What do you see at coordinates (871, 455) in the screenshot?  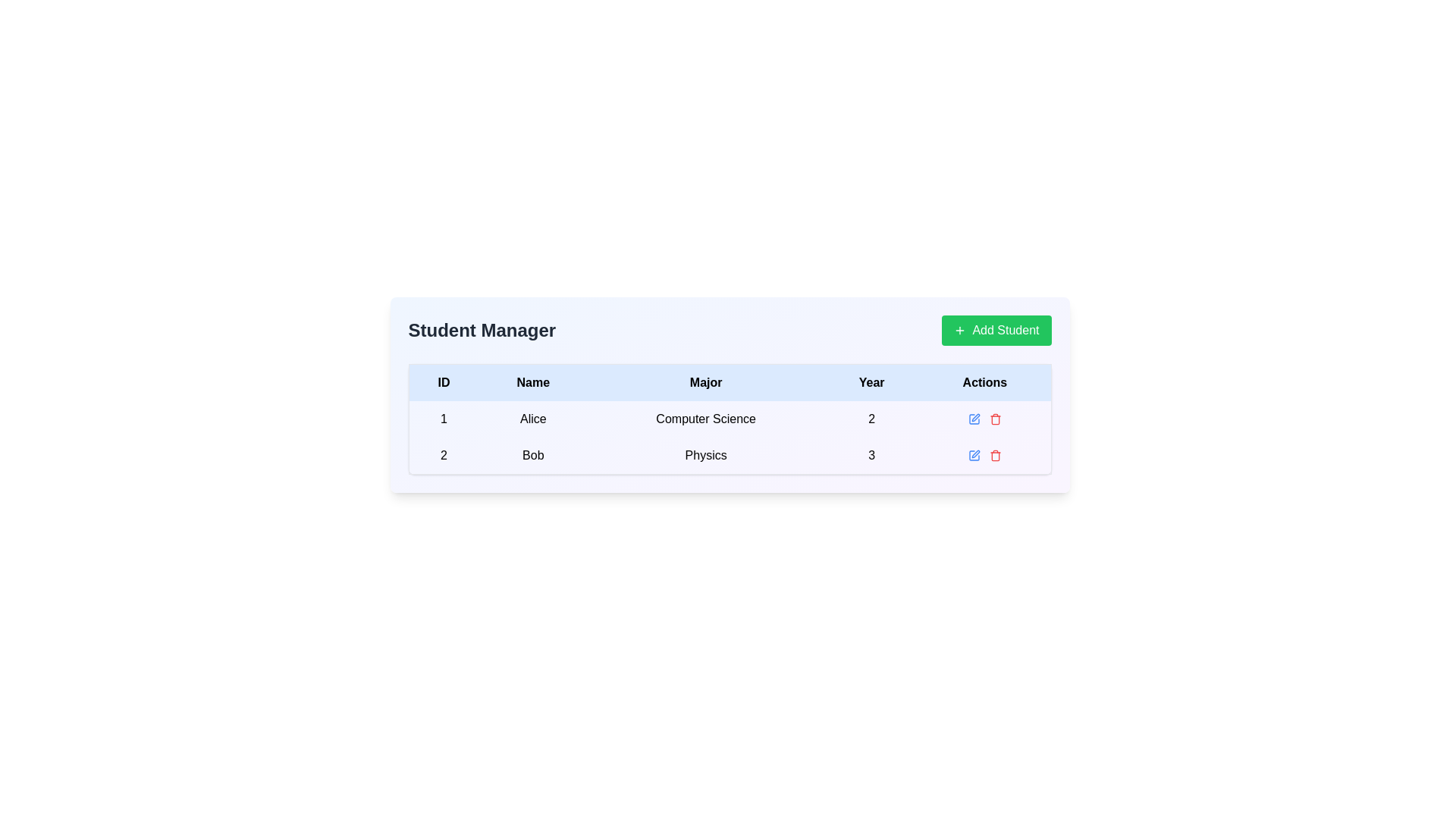 I see `the static text element displaying the number '3', which is located in the fourth column of the second row of a table, styled with a bold black font on a light background` at bounding box center [871, 455].